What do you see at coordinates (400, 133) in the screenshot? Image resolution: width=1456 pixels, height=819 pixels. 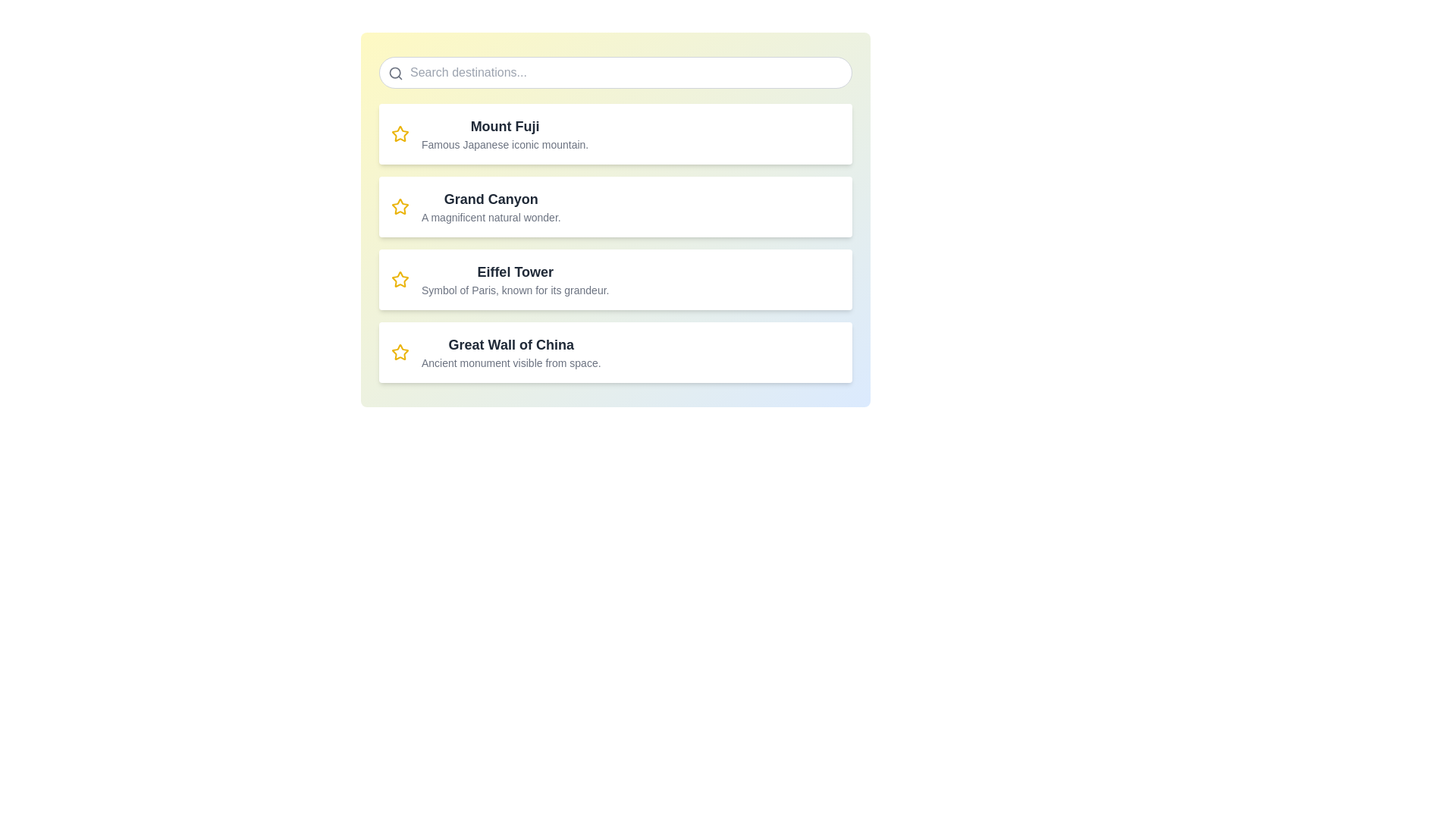 I see `the yellow star icon located on the left side of the content titled 'Mount Fuji' to rate it` at bounding box center [400, 133].